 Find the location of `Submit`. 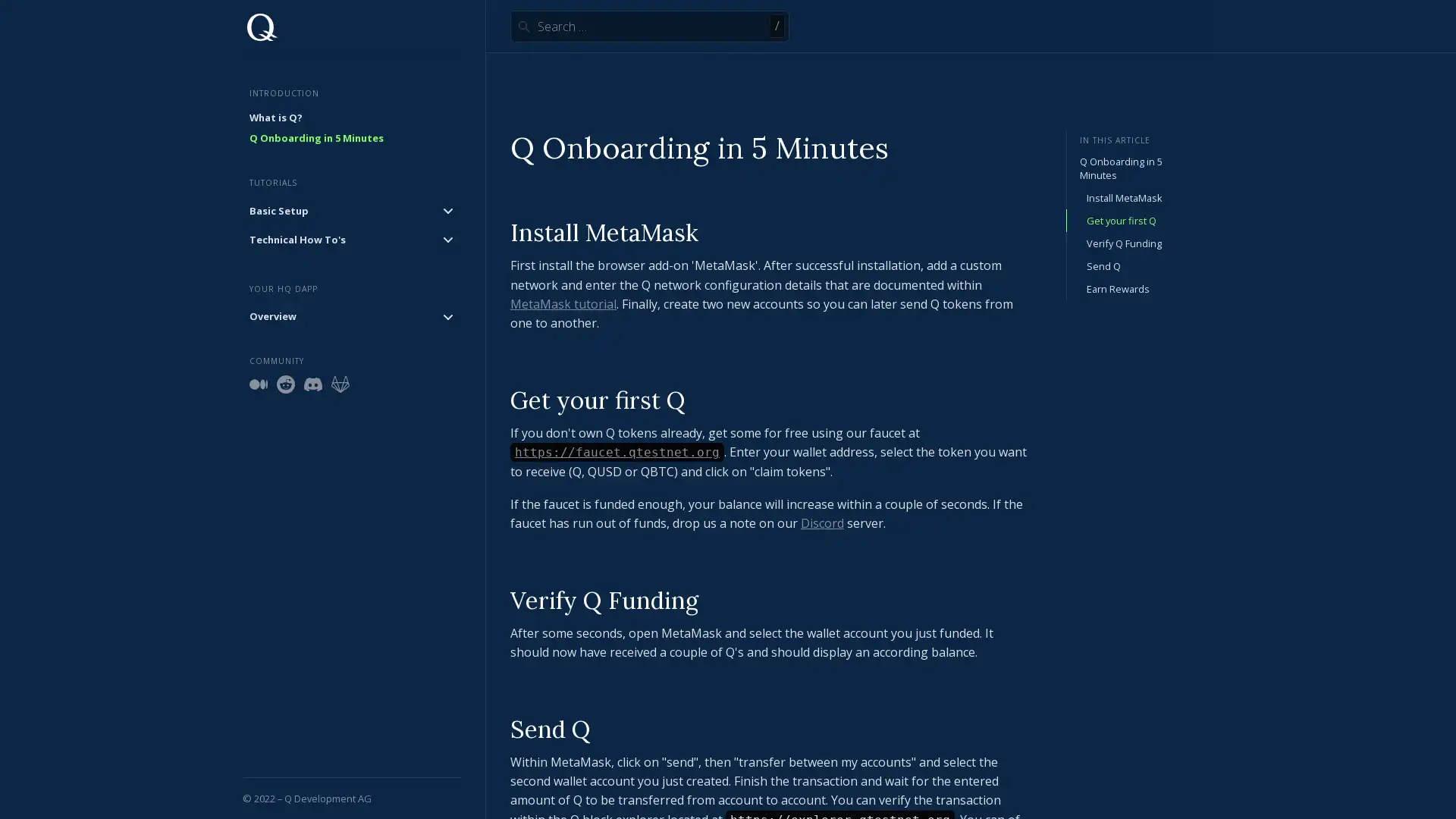

Submit is located at coordinates (523, 26).